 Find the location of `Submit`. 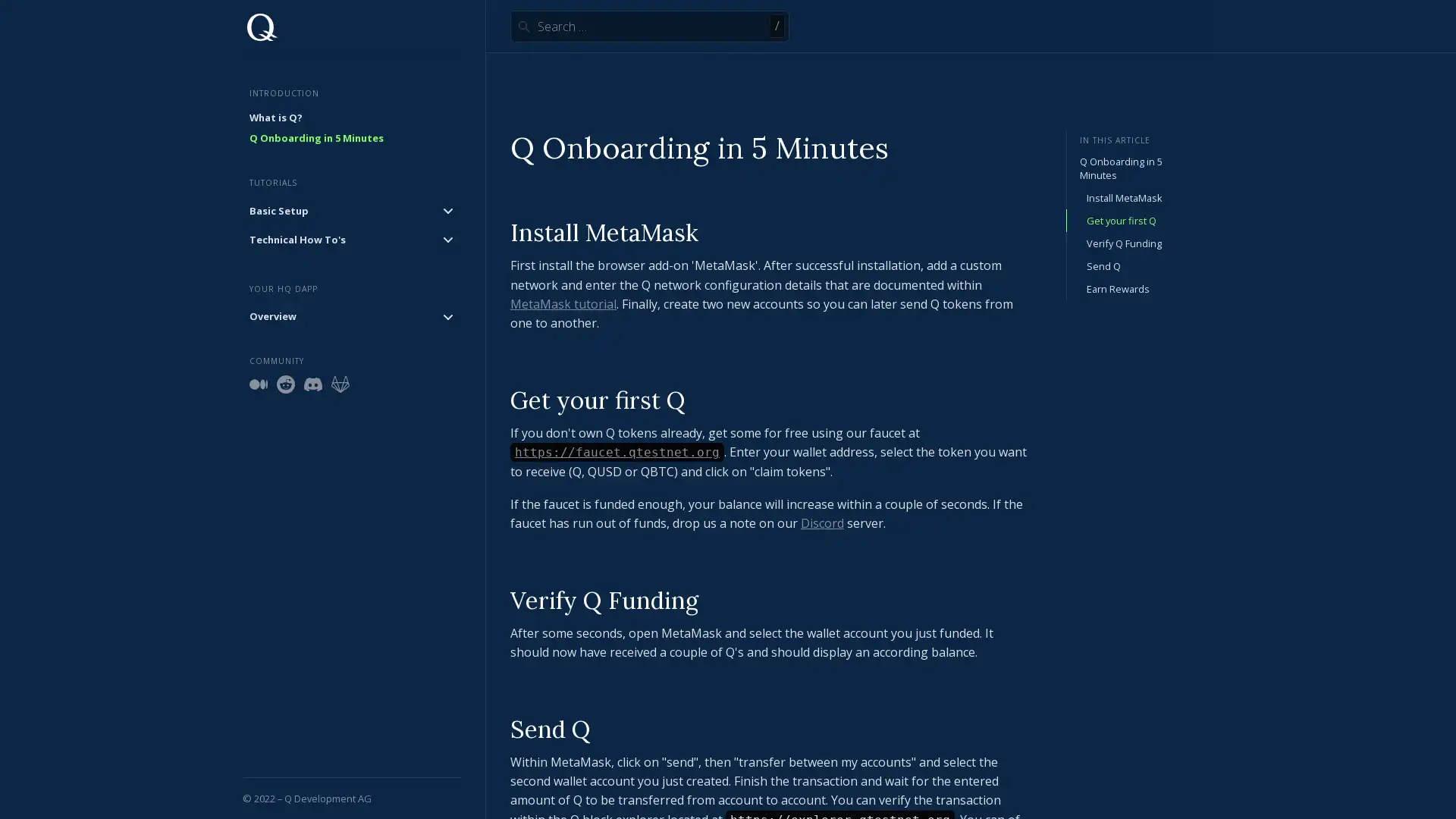

Submit is located at coordinates (523, 26).